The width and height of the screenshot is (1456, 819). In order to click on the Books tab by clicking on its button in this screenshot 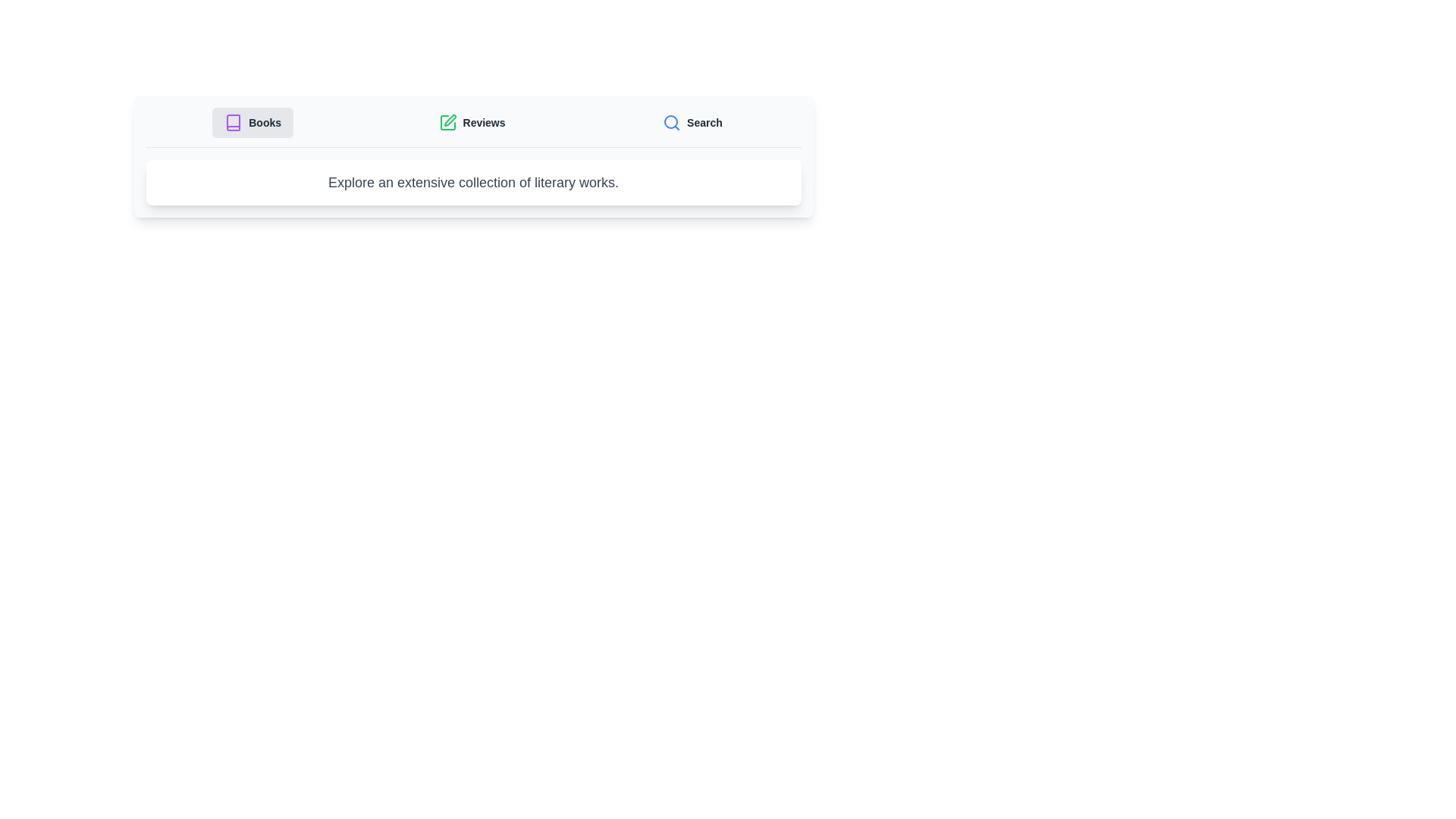, I will do `click(253, 122)`.